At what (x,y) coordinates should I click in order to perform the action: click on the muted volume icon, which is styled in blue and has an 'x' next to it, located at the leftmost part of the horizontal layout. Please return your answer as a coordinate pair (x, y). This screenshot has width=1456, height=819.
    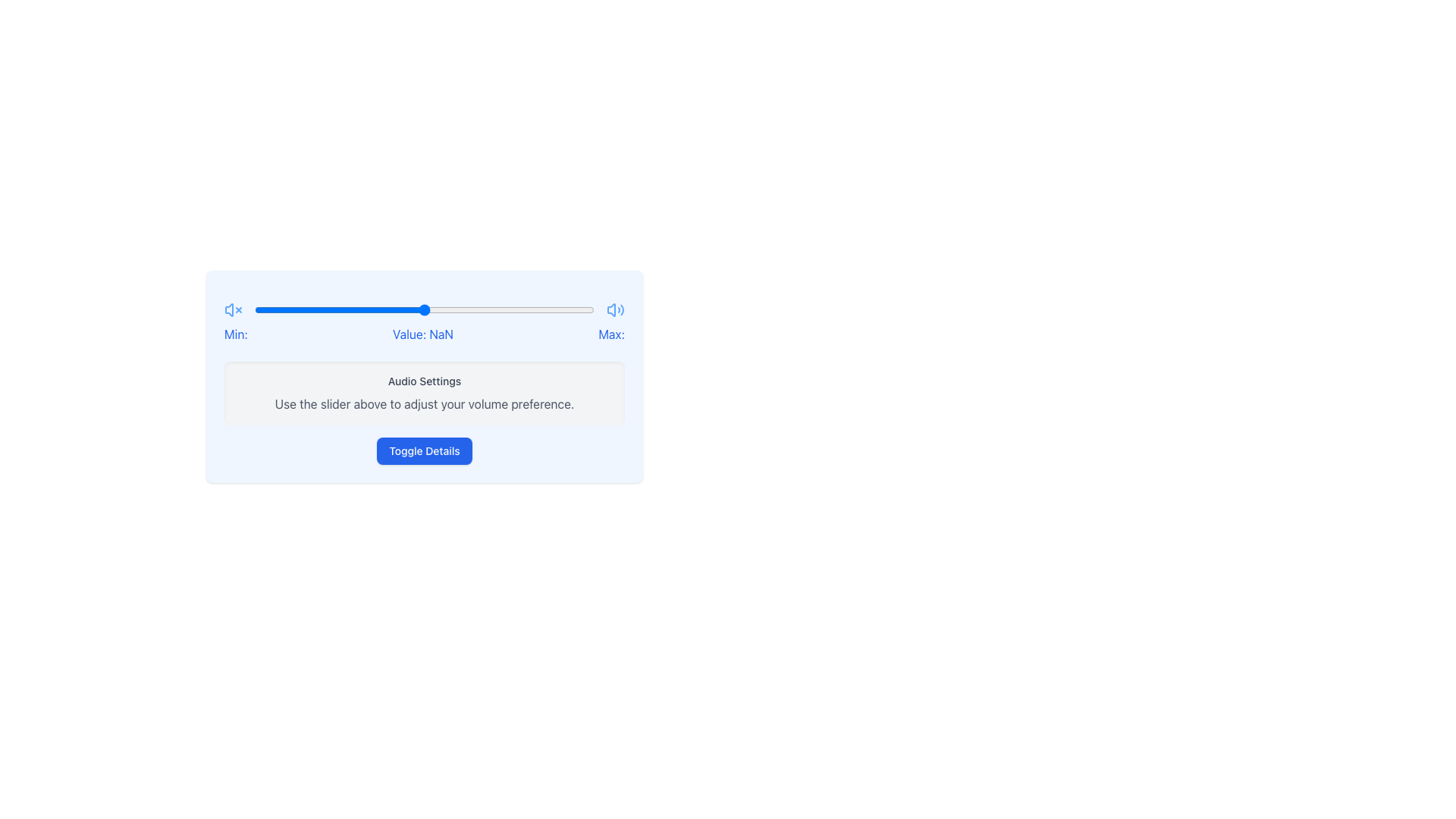
    Looking at the image, I should click on (232, 309).